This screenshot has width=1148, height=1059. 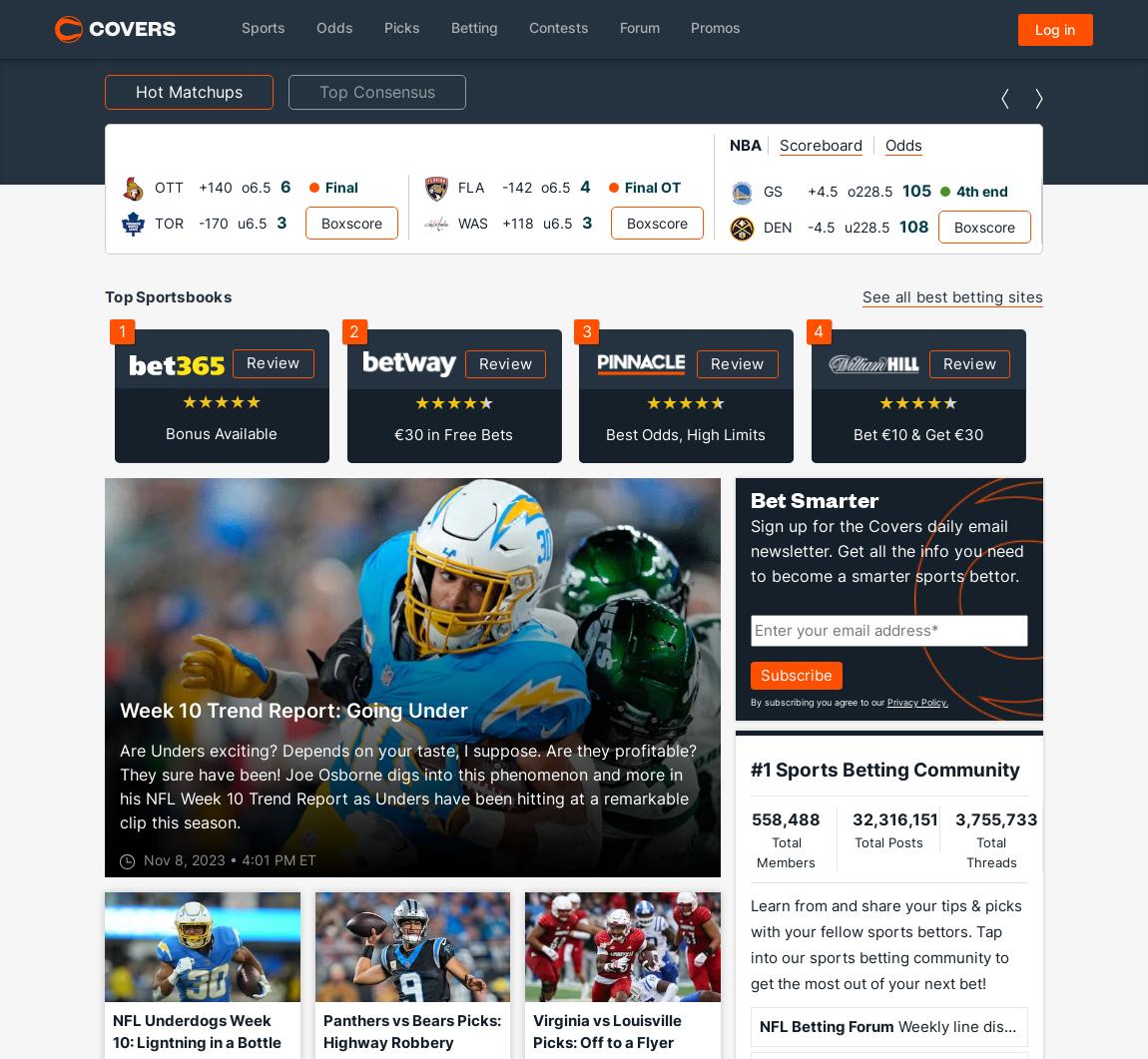 I want to click on 'HOU', so click(x=1131, y=221).